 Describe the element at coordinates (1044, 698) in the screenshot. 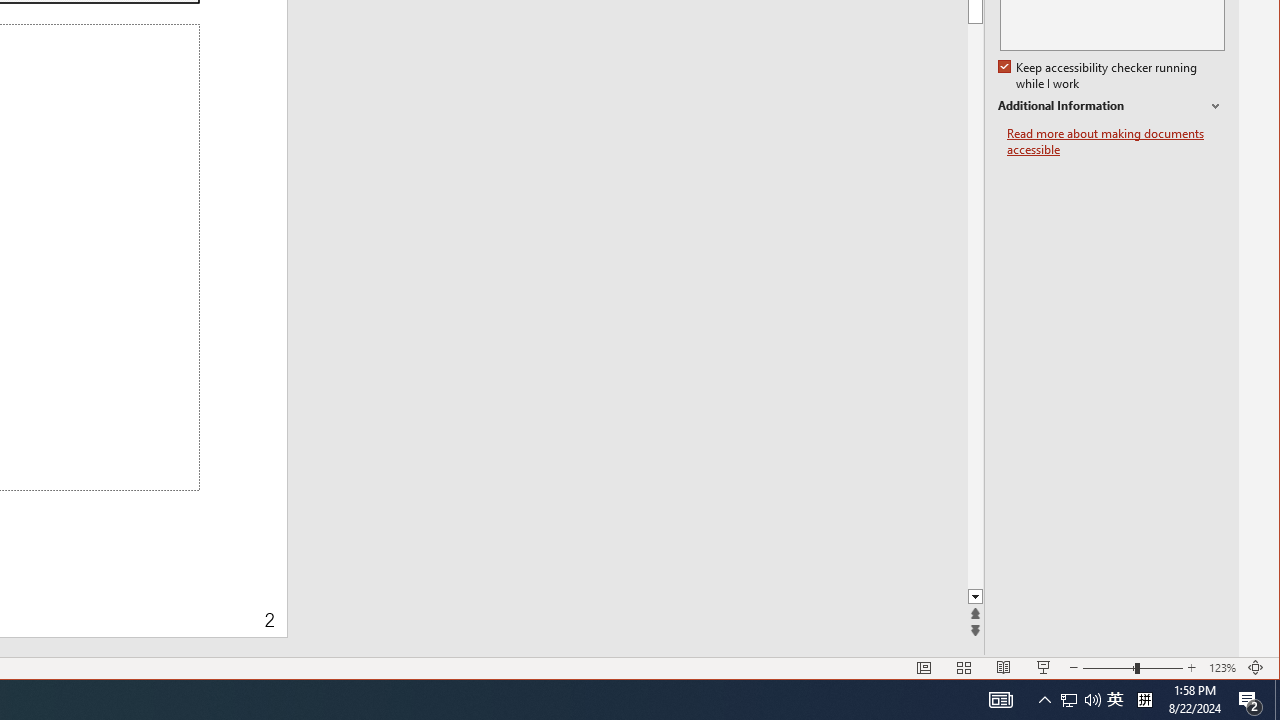

I see `'Notification Chevron'` at that location.